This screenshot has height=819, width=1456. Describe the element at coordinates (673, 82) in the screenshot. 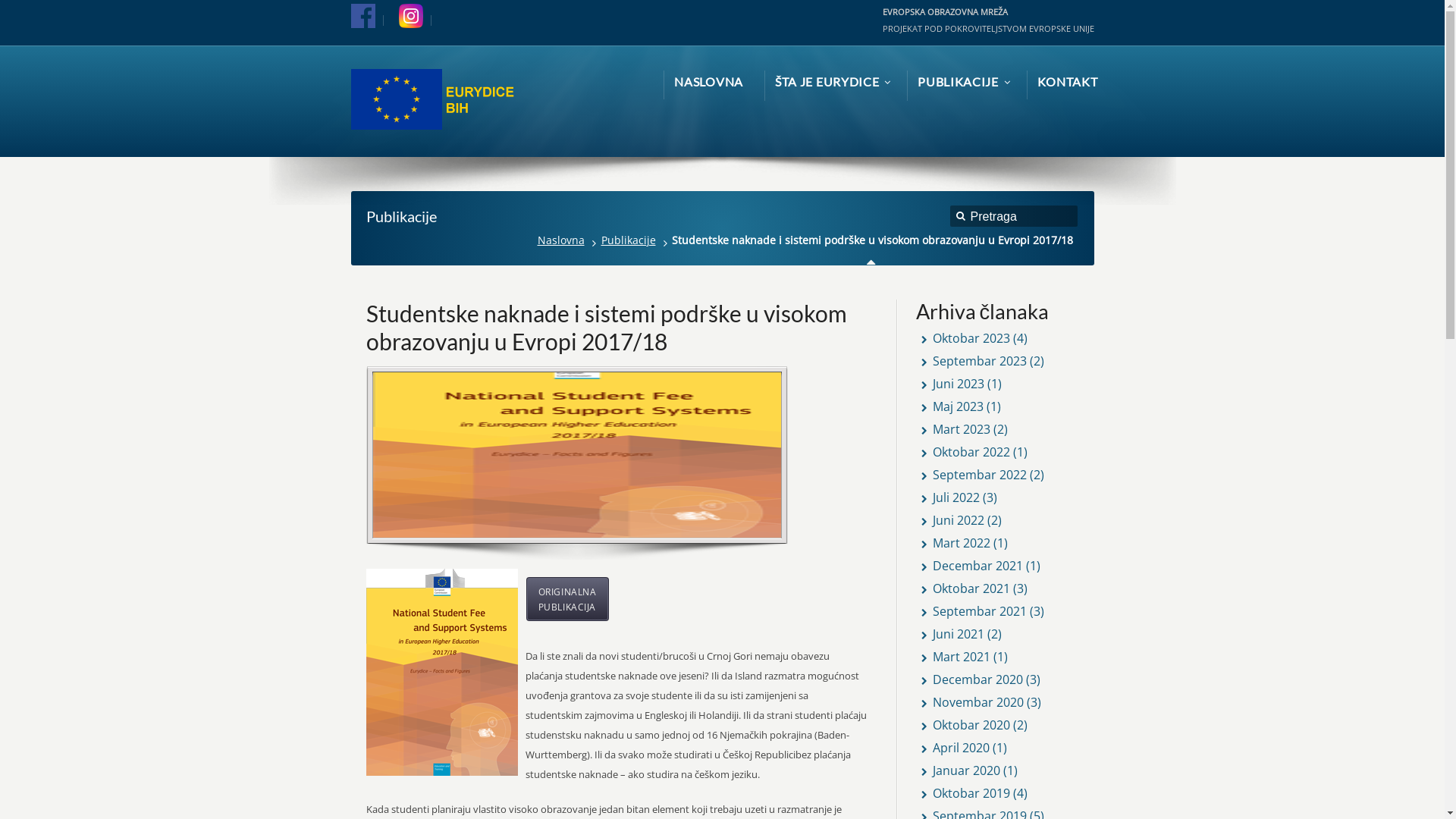

I see `'NASLOVNA'` at that location.